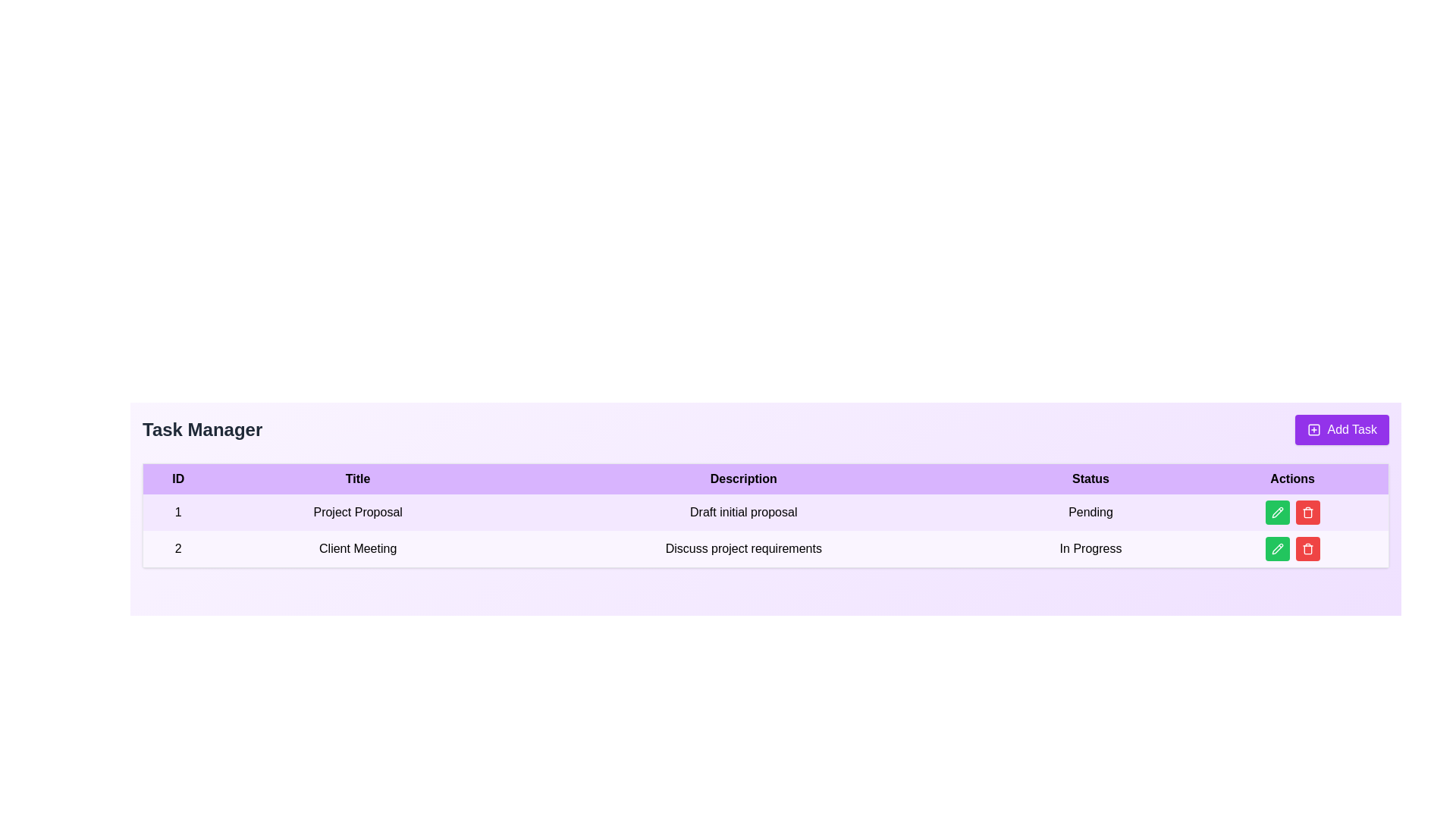 The width and height of the screenshot is (1456, 819). What do you see at coordinates (1291, 512) in the screenshot?
I see `the red delete button in the 'Actions' column of the first row, corresponding to the 'Project Proposal' task with 'Pending' status` at bounding box center [1291, 512].